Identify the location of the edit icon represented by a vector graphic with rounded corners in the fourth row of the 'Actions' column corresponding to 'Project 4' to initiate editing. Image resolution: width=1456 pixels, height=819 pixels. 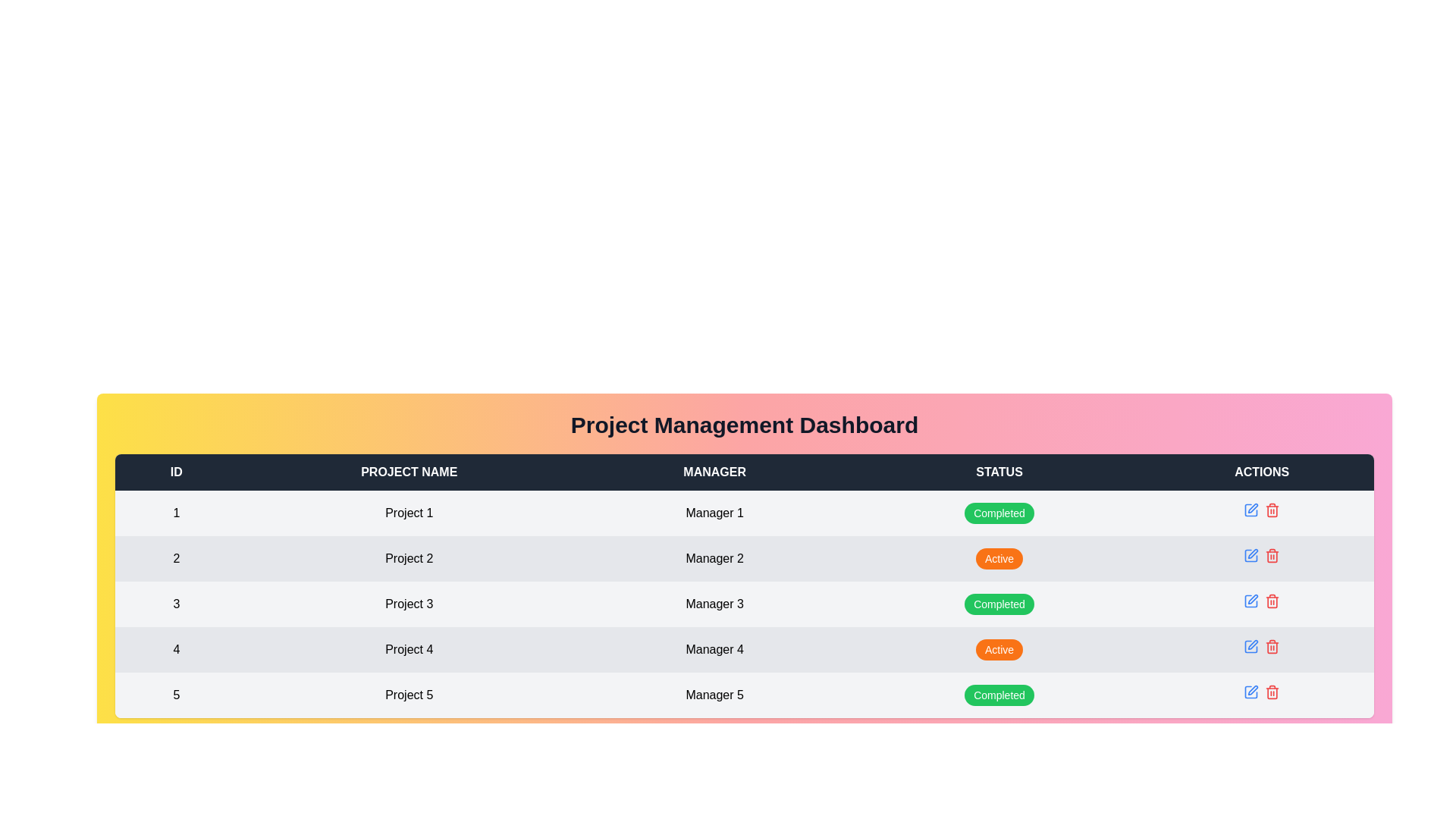
(1251, 646).